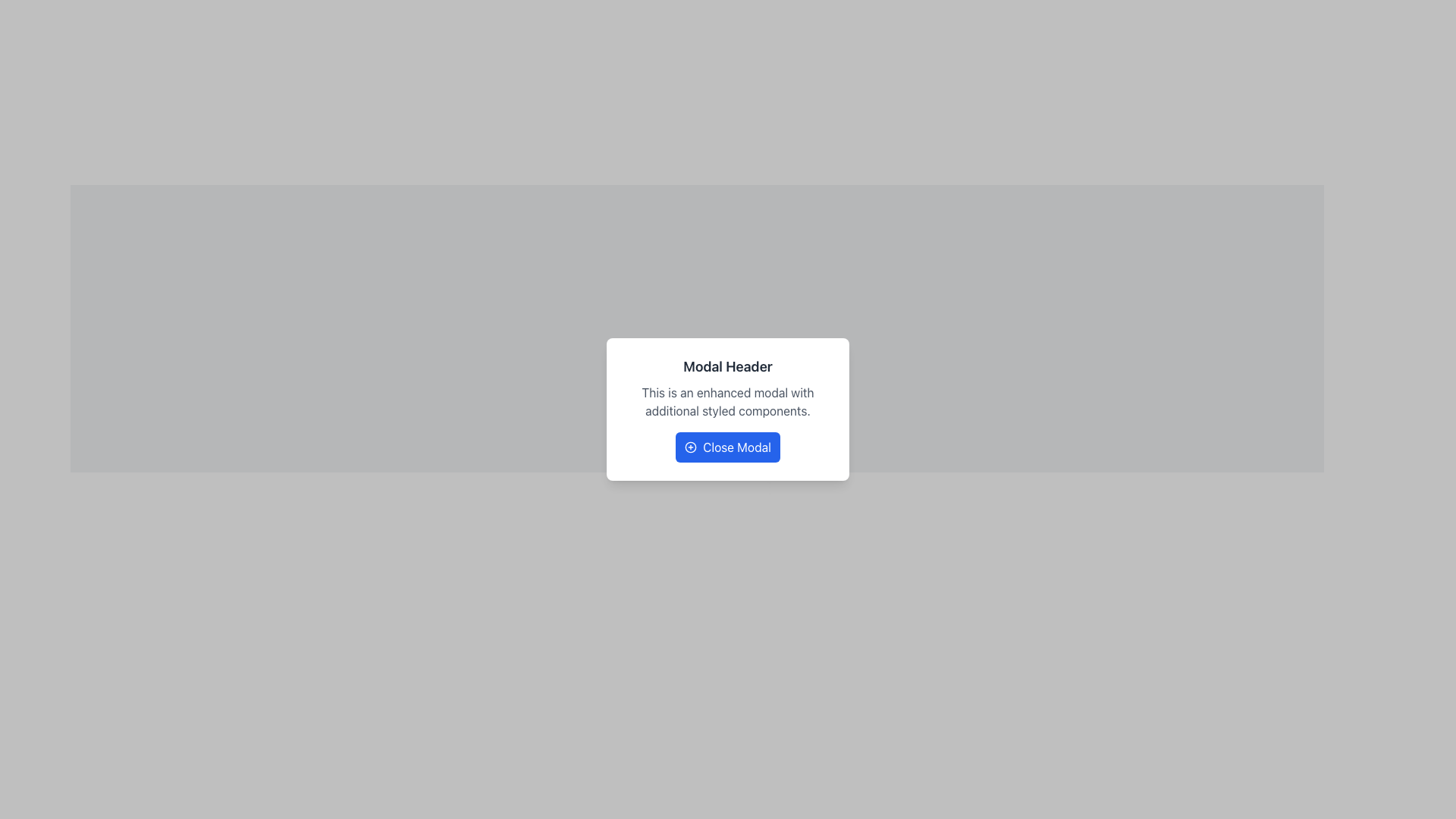  I want to click on the icon located to the left of the 'Close Modal' button in the modal dialog, so click(690, 447).